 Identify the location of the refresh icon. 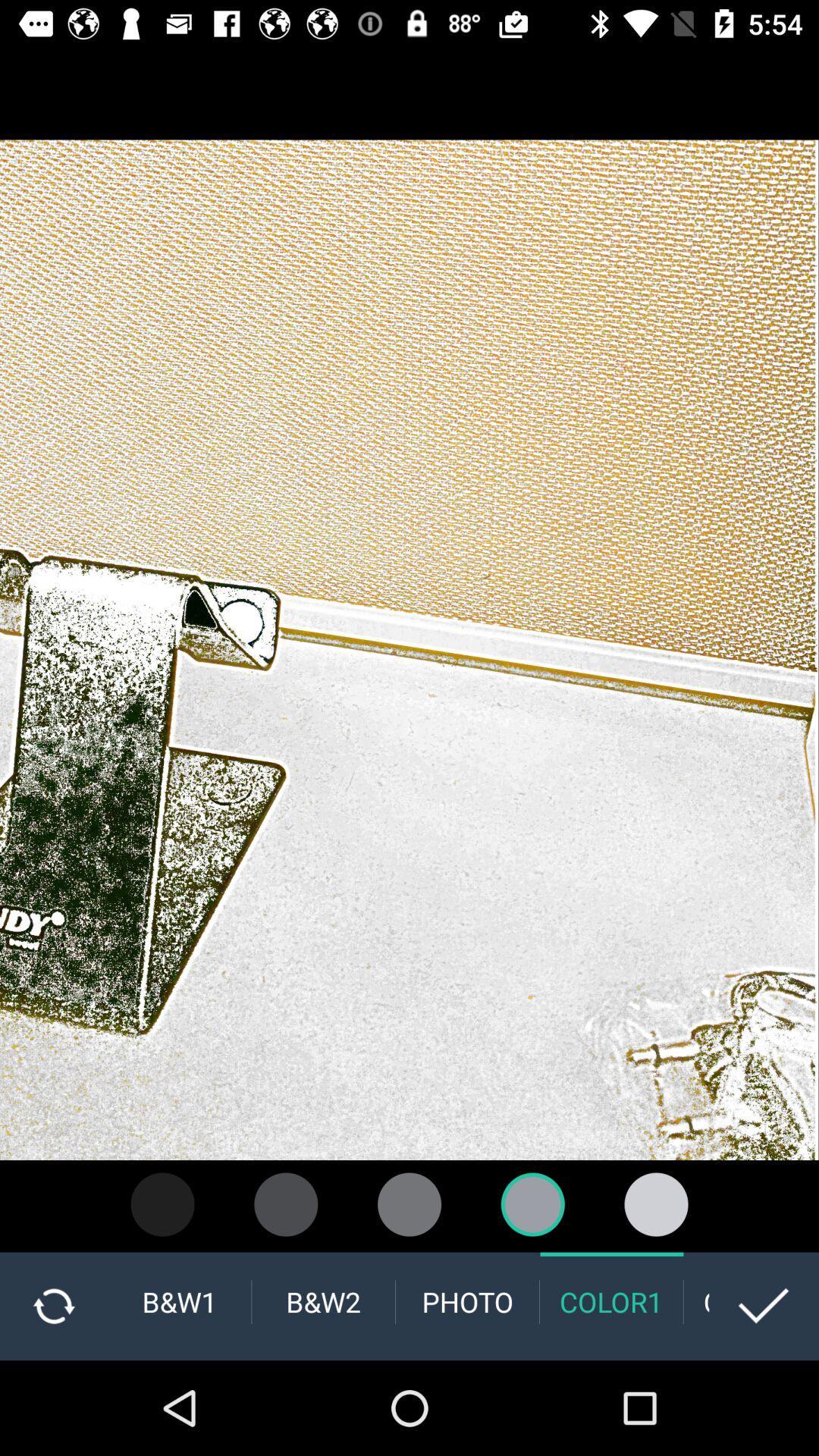
(53, 1305).